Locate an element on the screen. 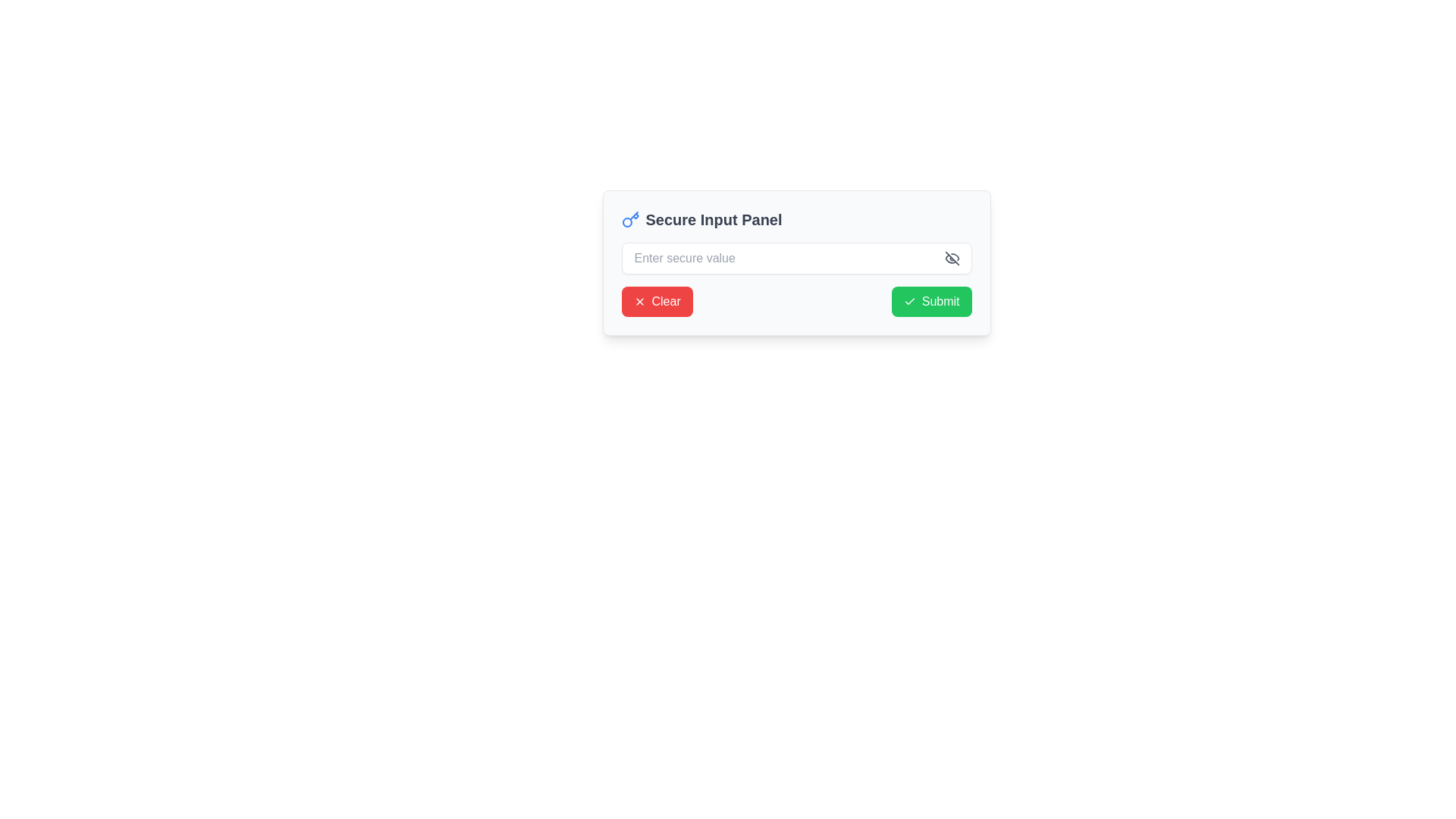 This screenshot has width=1456, height=819. the green 'Submit' button with rounded corners that has a checkmark icon is located at coordinates (930, 301).